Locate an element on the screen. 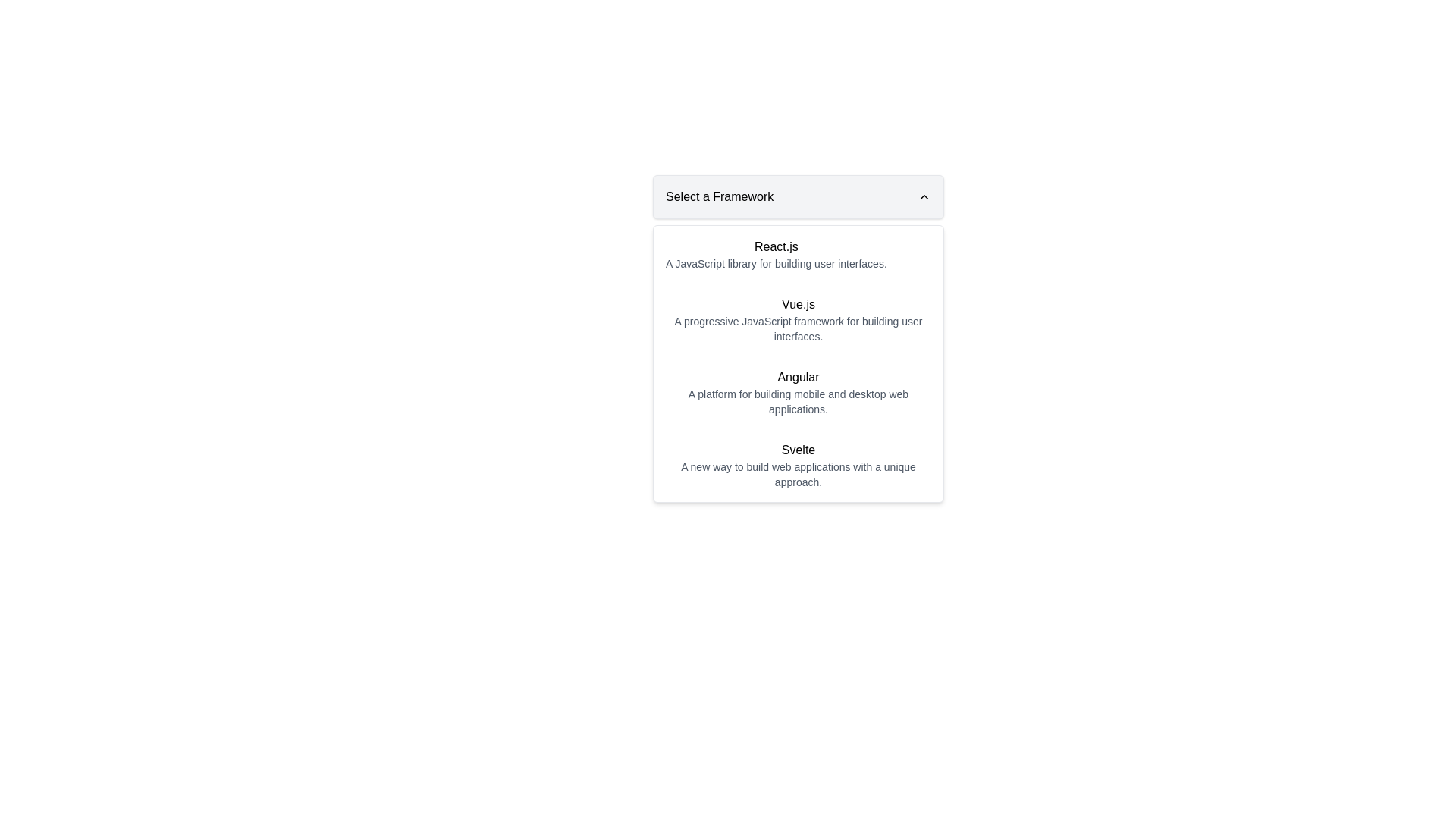 This screenshot has height=819, width=1456. title text of the second item in the dropdown menu that describes Vue.js, located beneath 'React.js' is located at coordinates (797, 304).